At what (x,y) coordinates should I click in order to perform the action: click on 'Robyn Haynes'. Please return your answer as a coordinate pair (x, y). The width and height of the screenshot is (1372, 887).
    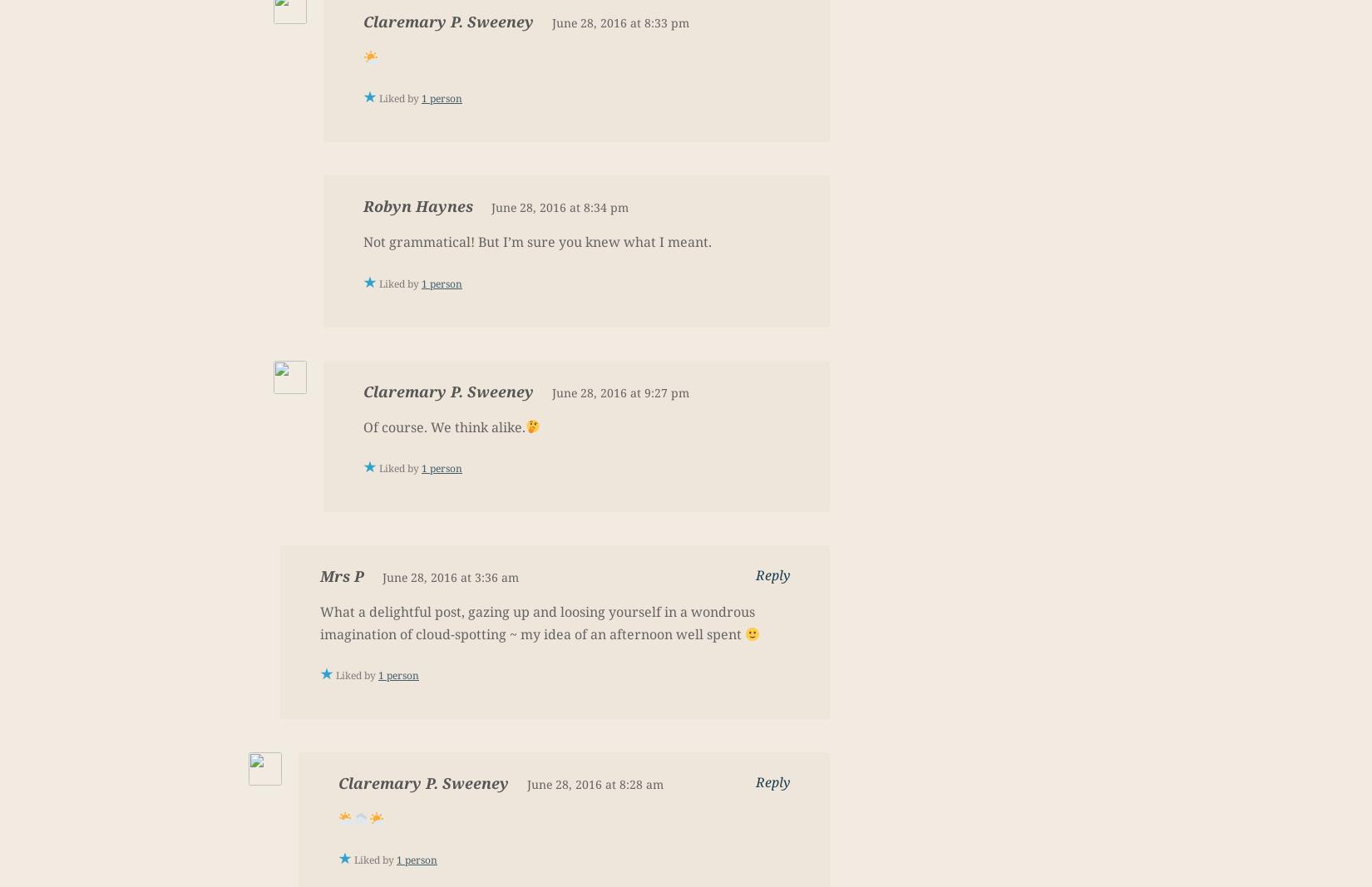
    Looking at the image, I should click on (417, 205).